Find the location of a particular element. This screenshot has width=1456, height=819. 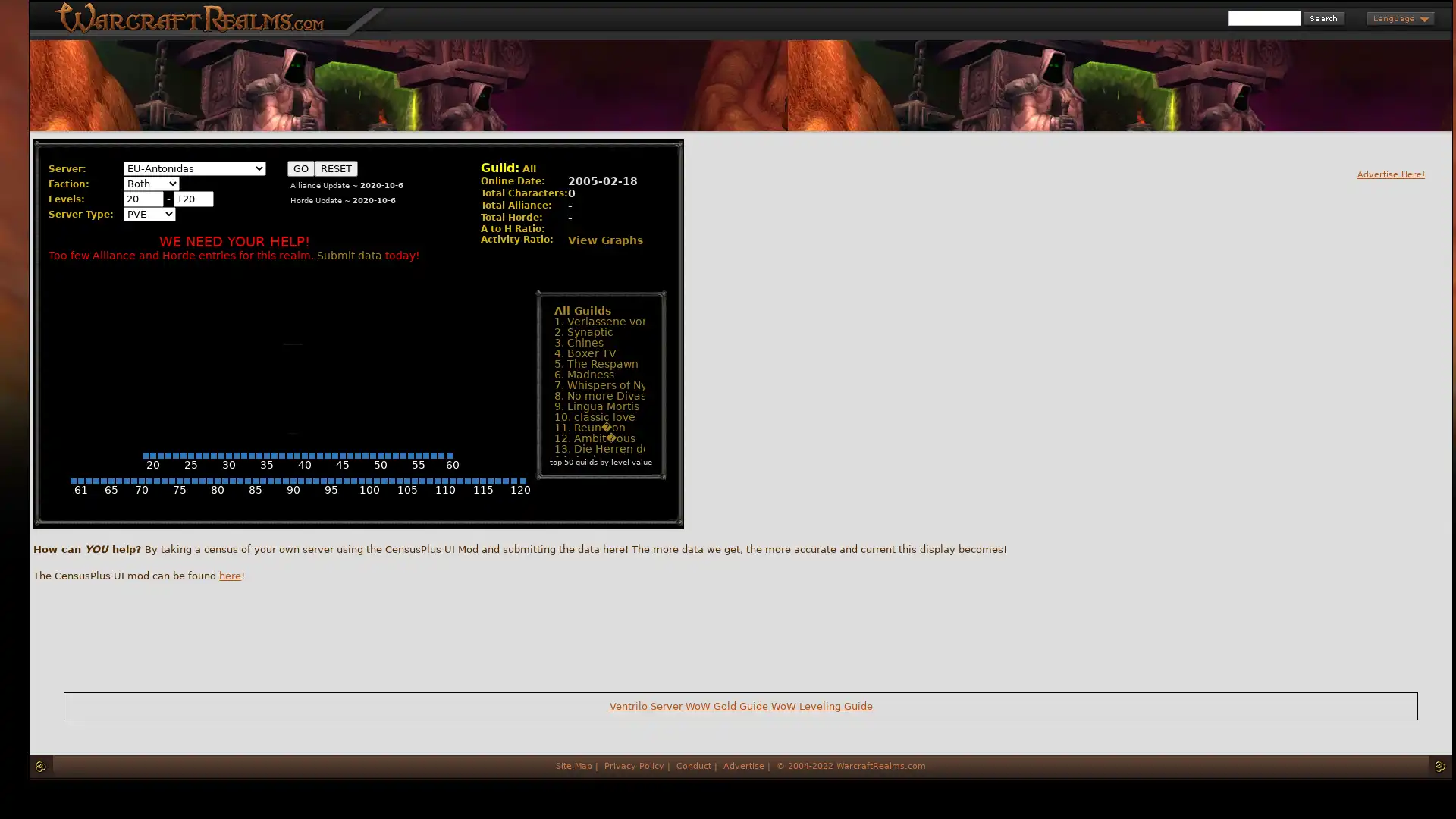

RESET is located at coordinates (334, 168).